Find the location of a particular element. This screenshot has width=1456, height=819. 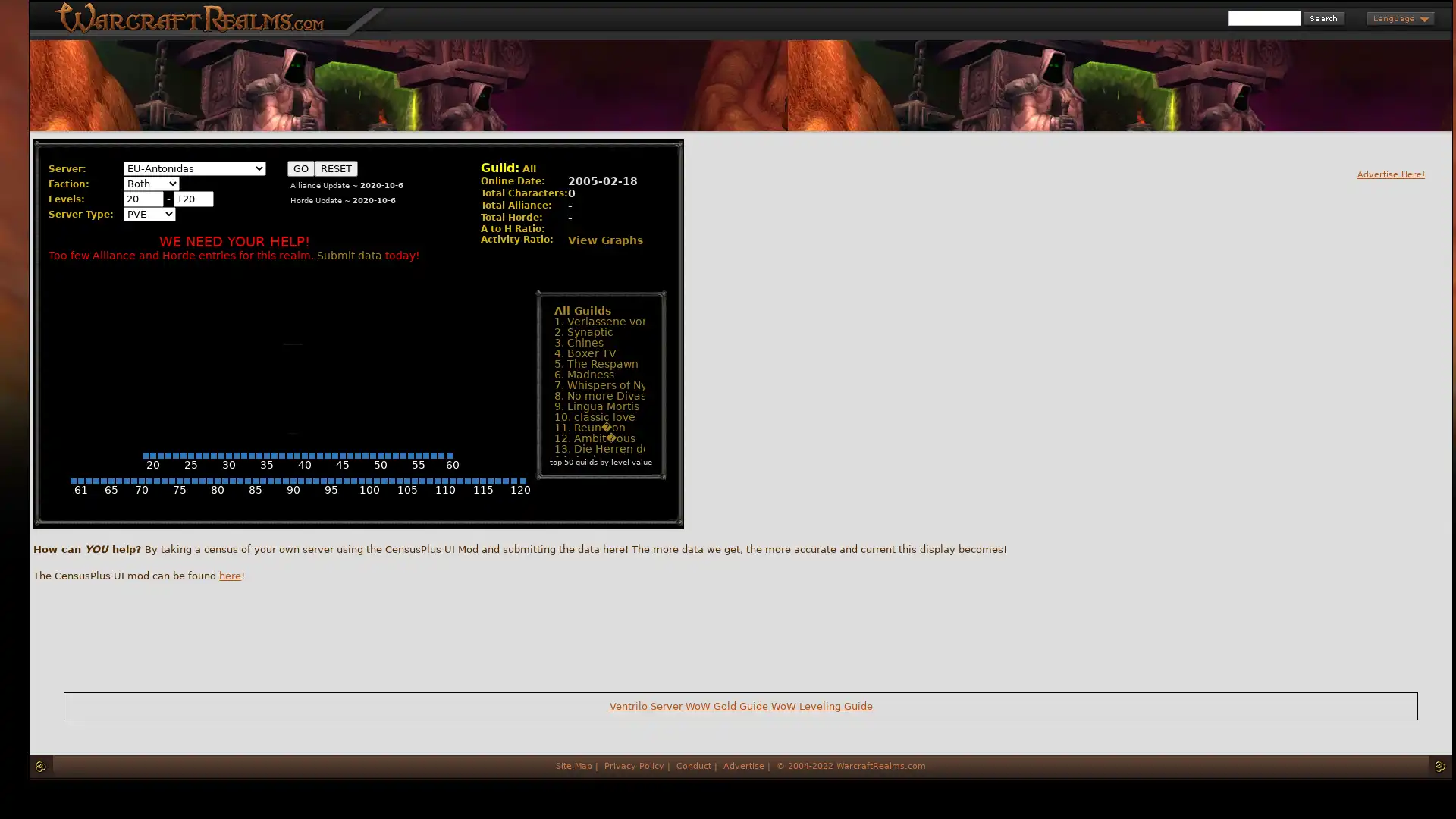

RESET is located at coordinates (334, 168).